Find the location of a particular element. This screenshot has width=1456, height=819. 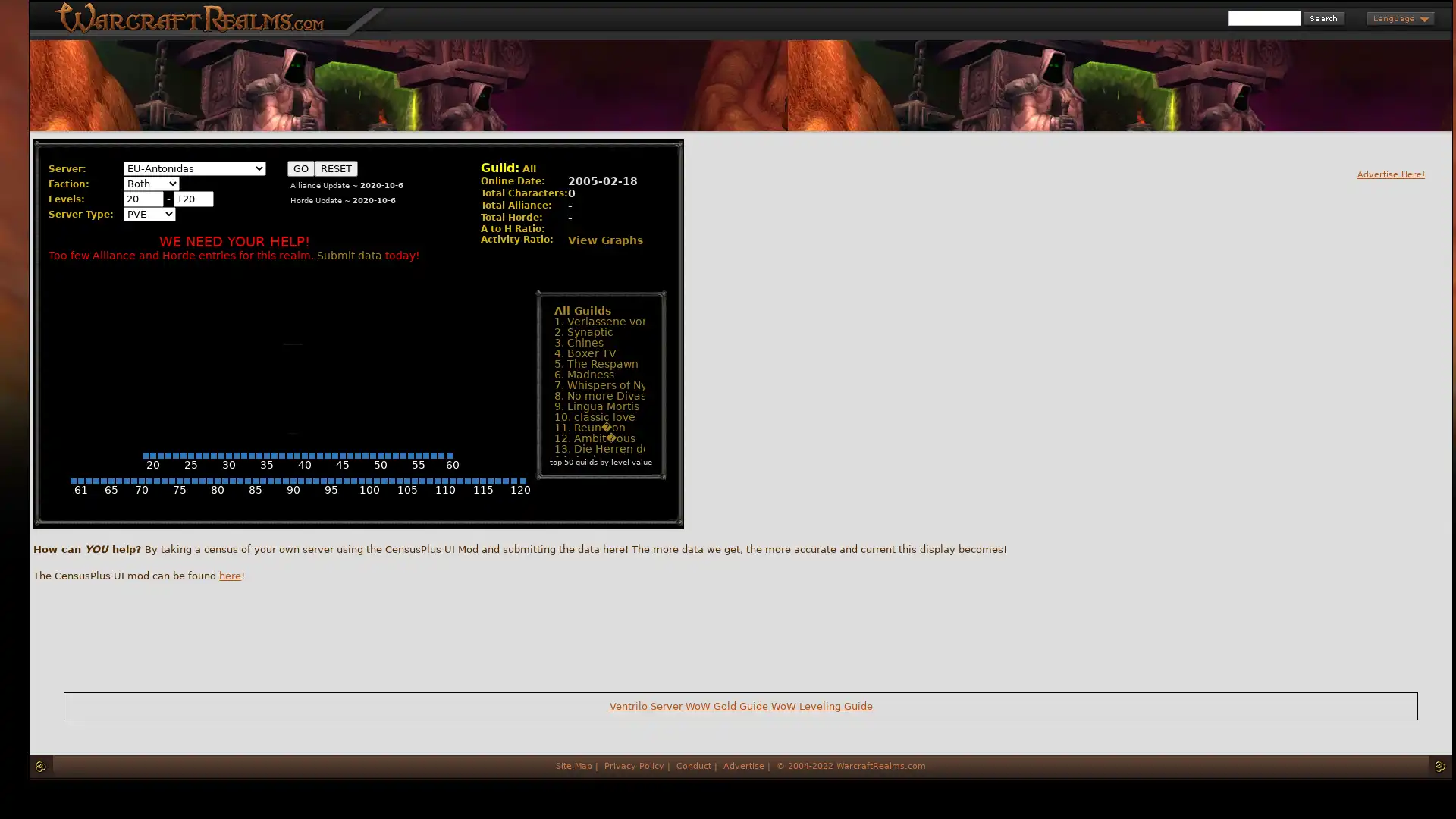

RESET is located at coordinates (334, 168).